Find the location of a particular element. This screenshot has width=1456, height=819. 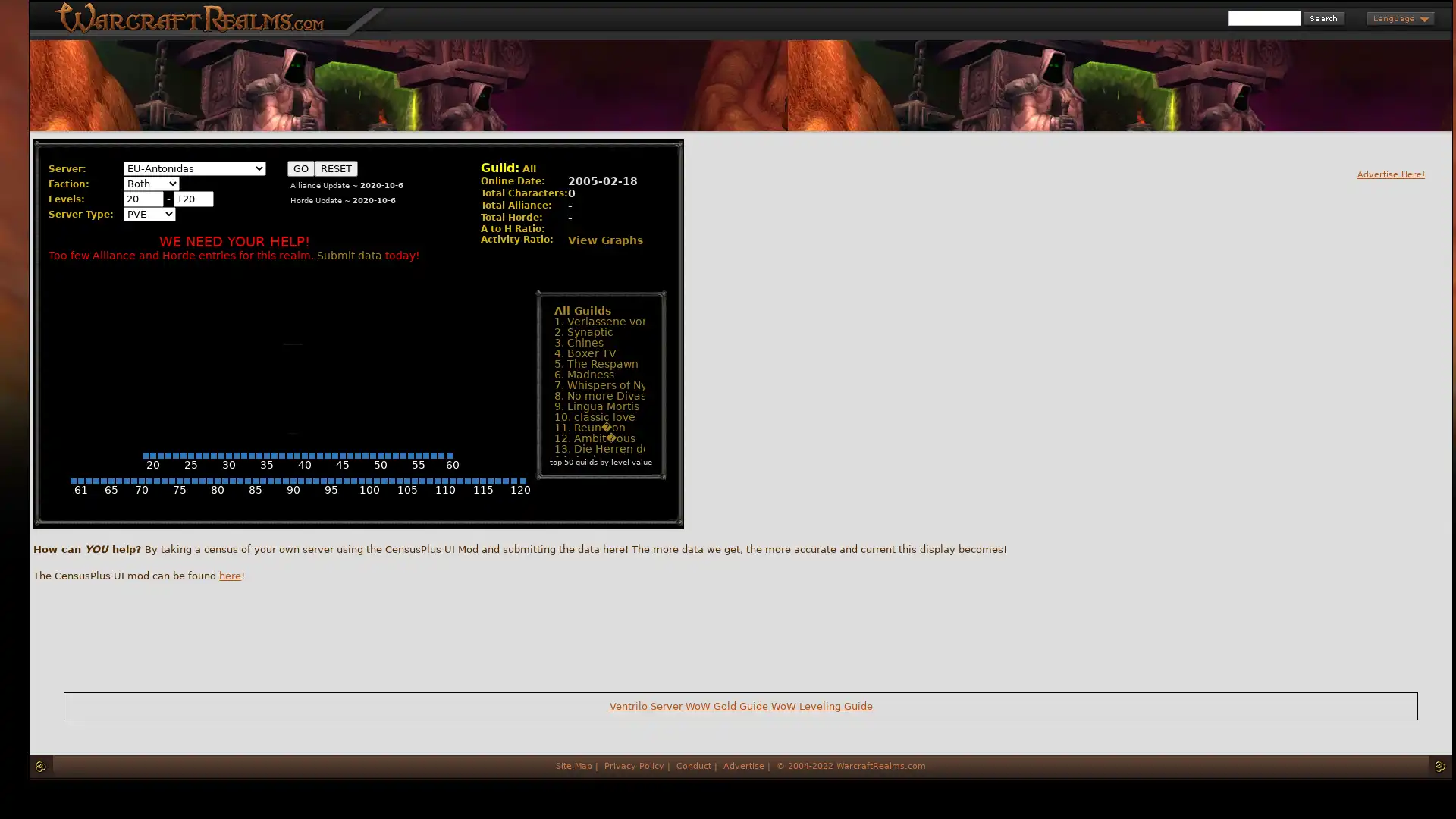

RESET is located at coordinates (334, 168).